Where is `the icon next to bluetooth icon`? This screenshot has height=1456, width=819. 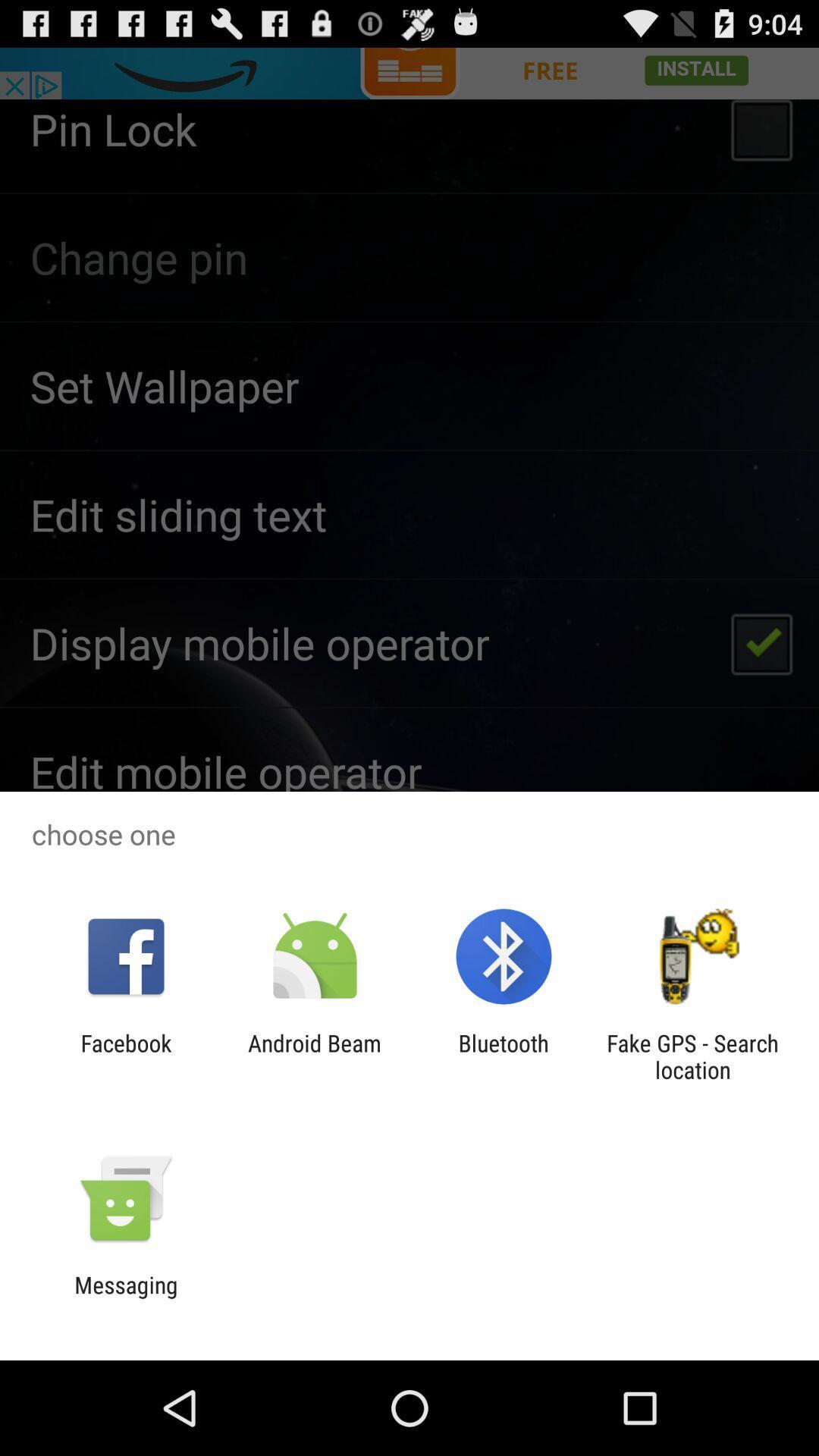
the icon next to bluetooth icon is located at coordinates (692, 1056).